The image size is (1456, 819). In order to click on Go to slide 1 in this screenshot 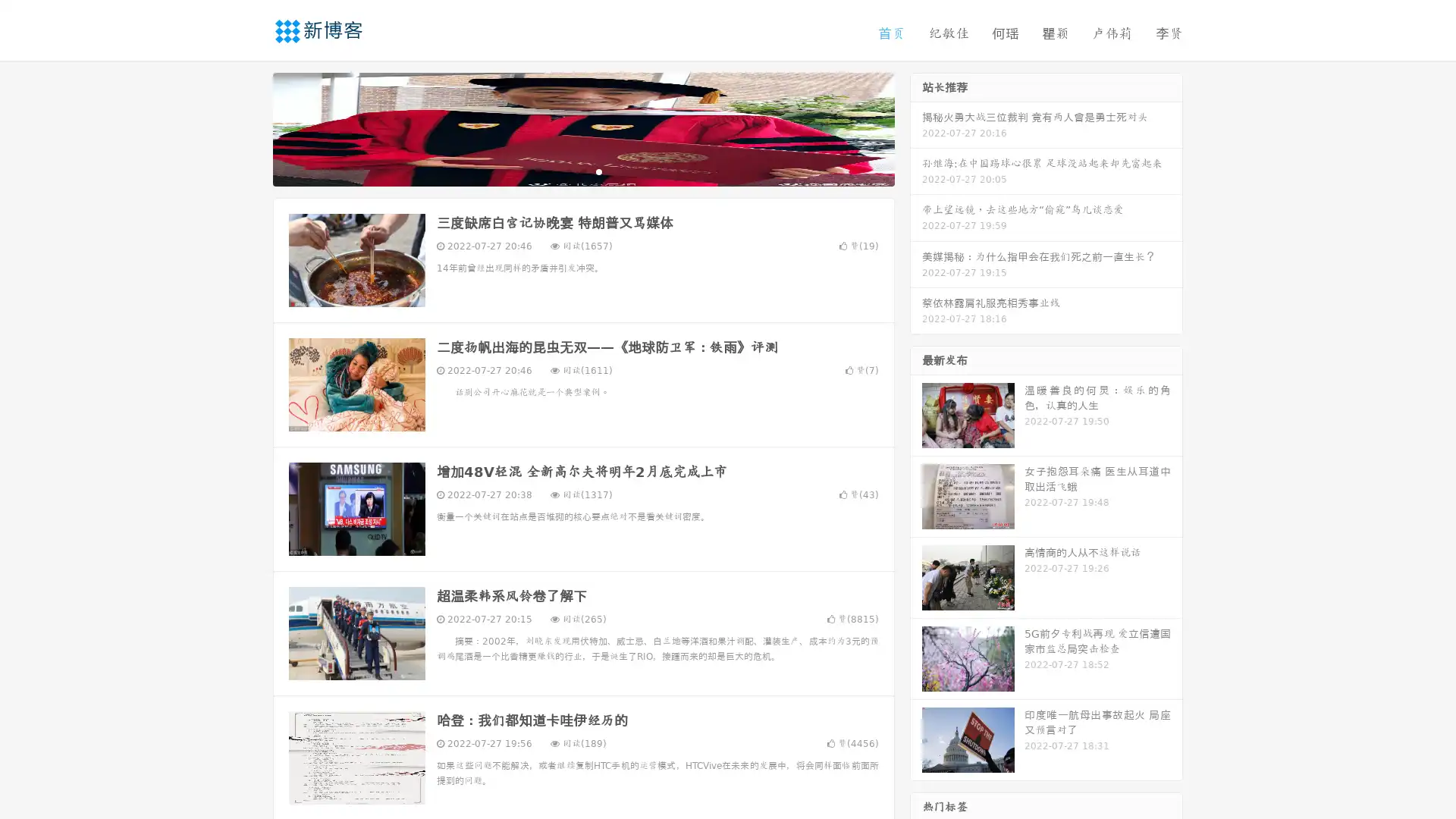, I will do `click(567, 171)`.